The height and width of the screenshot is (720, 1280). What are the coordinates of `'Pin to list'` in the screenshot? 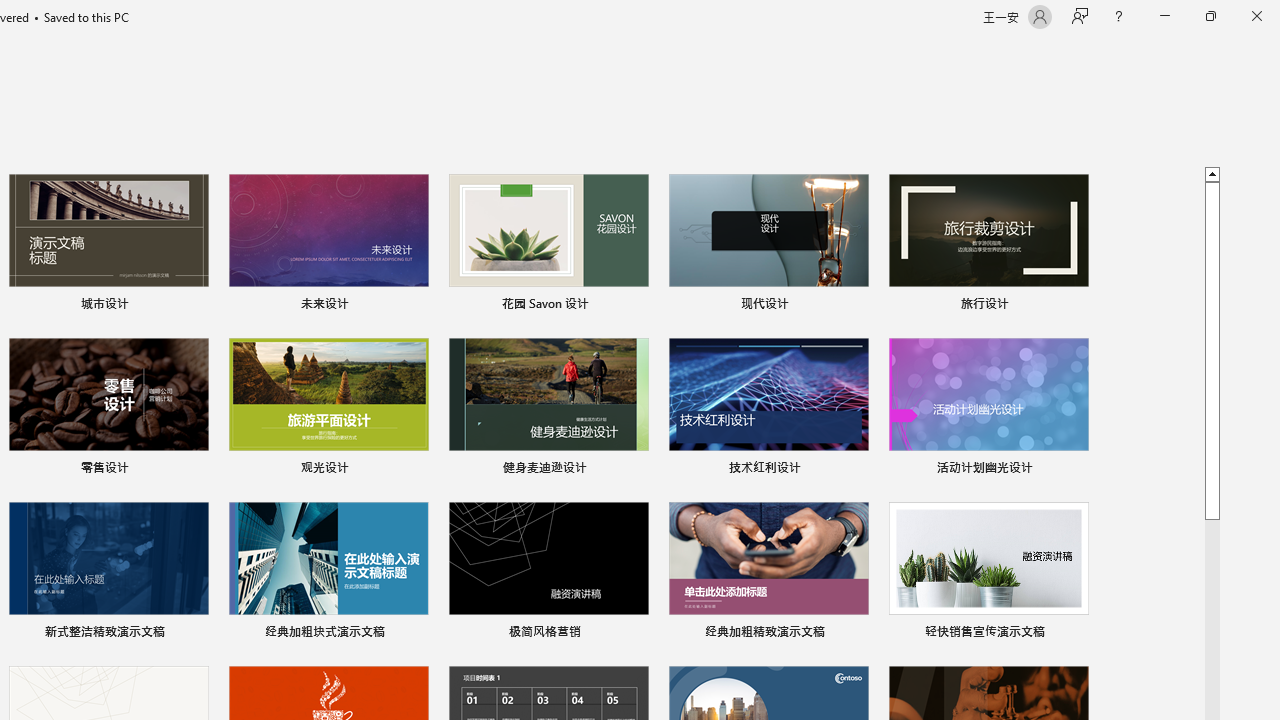 It's located at (1074, 633).